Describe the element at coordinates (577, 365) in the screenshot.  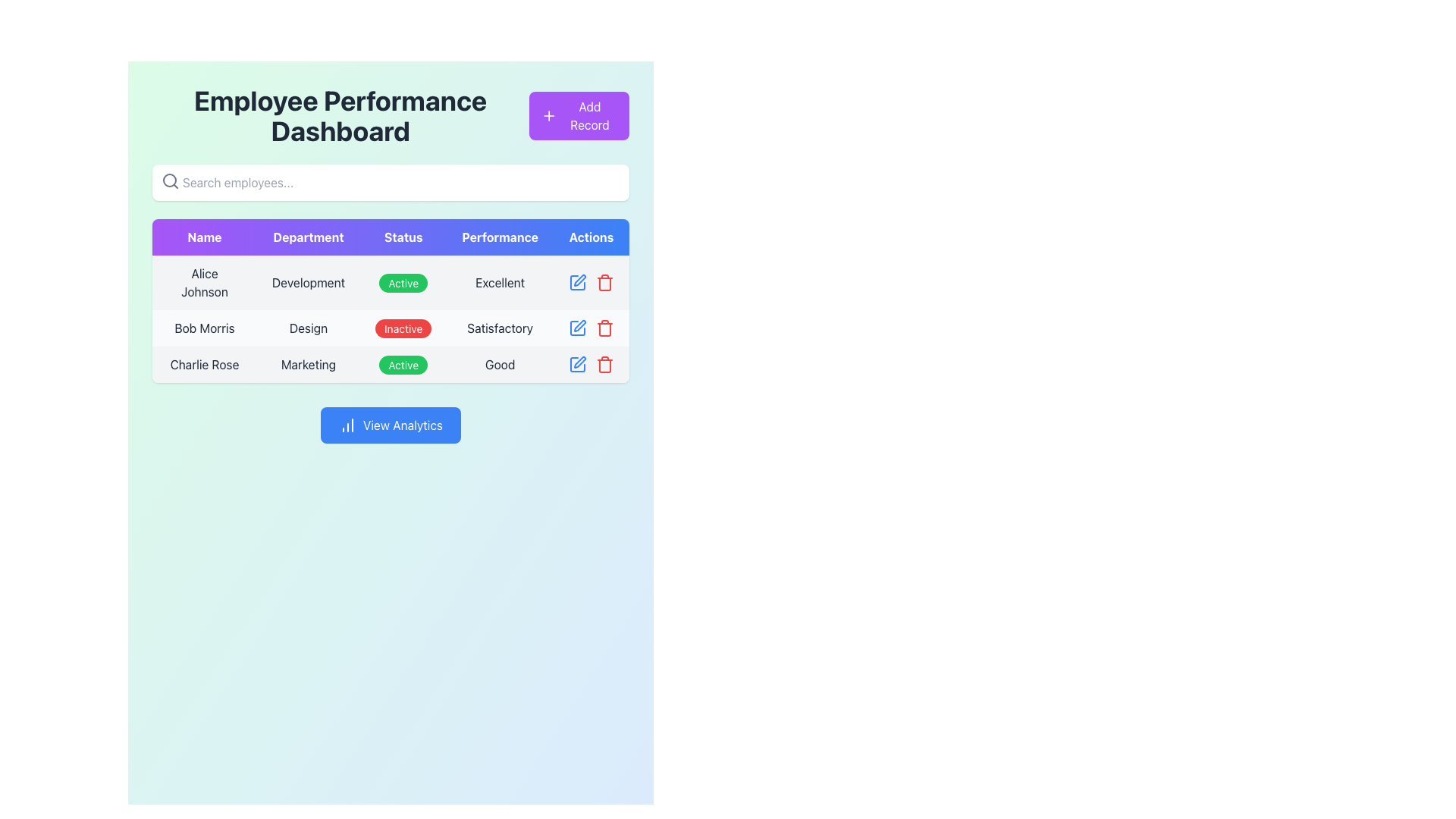
I see `the editing icon button in the actions column of the row for 'Charlie Rose, Marketing, Active, Good' to get more information` at that location.